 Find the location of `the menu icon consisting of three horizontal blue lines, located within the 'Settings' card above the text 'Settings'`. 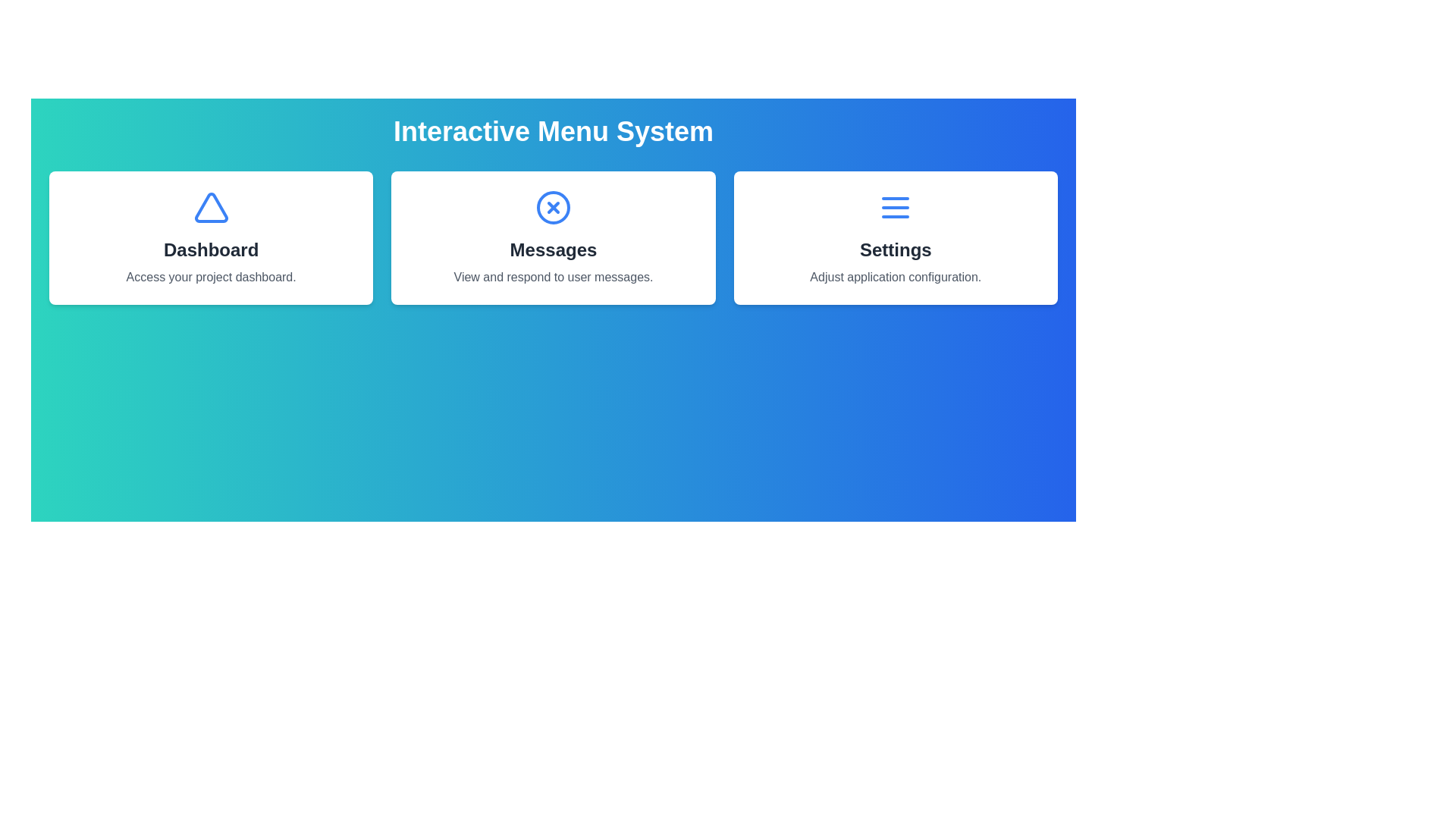

the menu icon consisting of three horizontal blue lines, located within the 'Settings' card above the text 'Settings' is located at coordinates (896, 207).